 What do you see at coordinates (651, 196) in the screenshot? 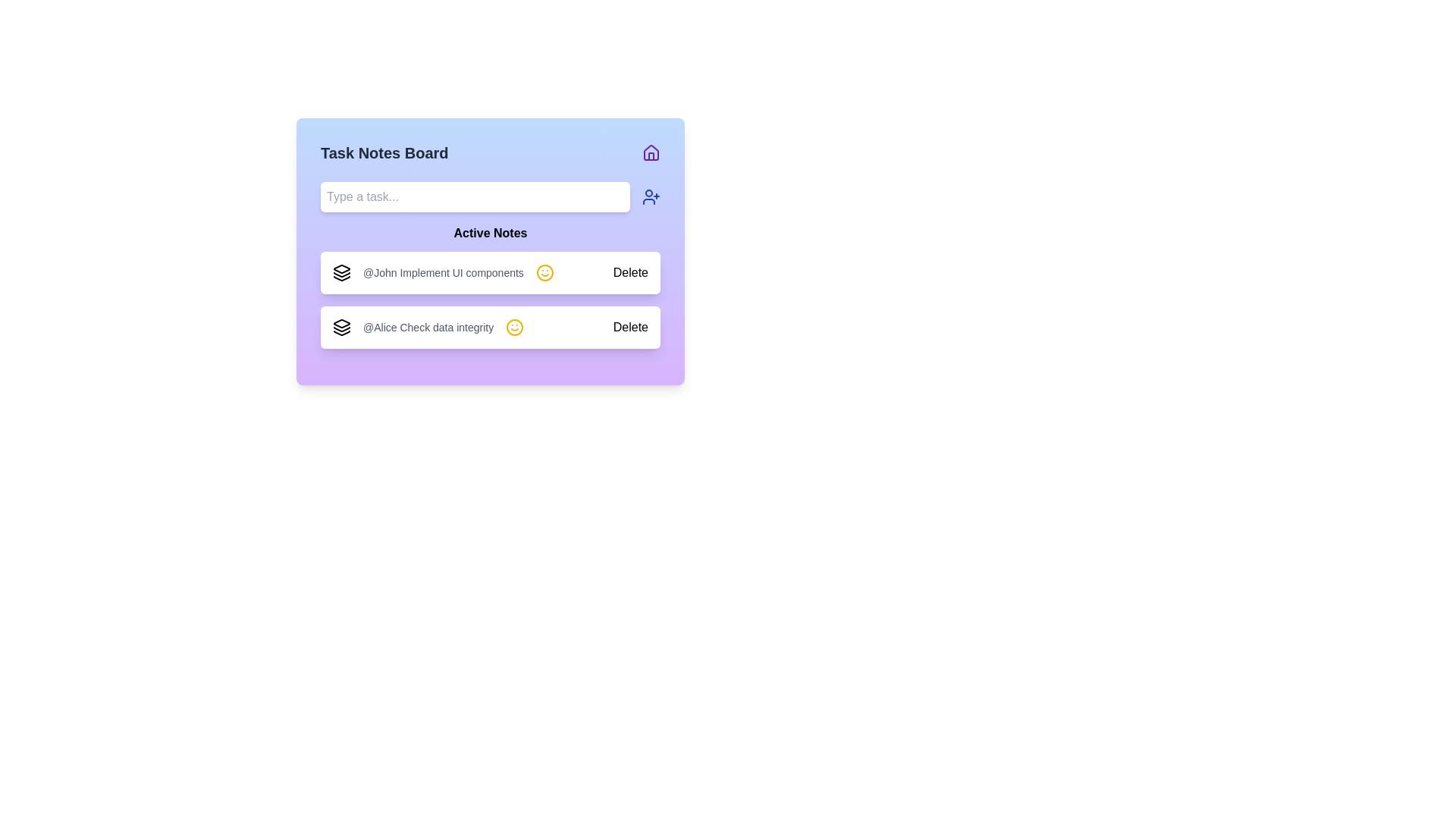
I see `the 'Add User' button located to the immediate right of the 'Type a task...' input box` at bounding box center [651, 196].